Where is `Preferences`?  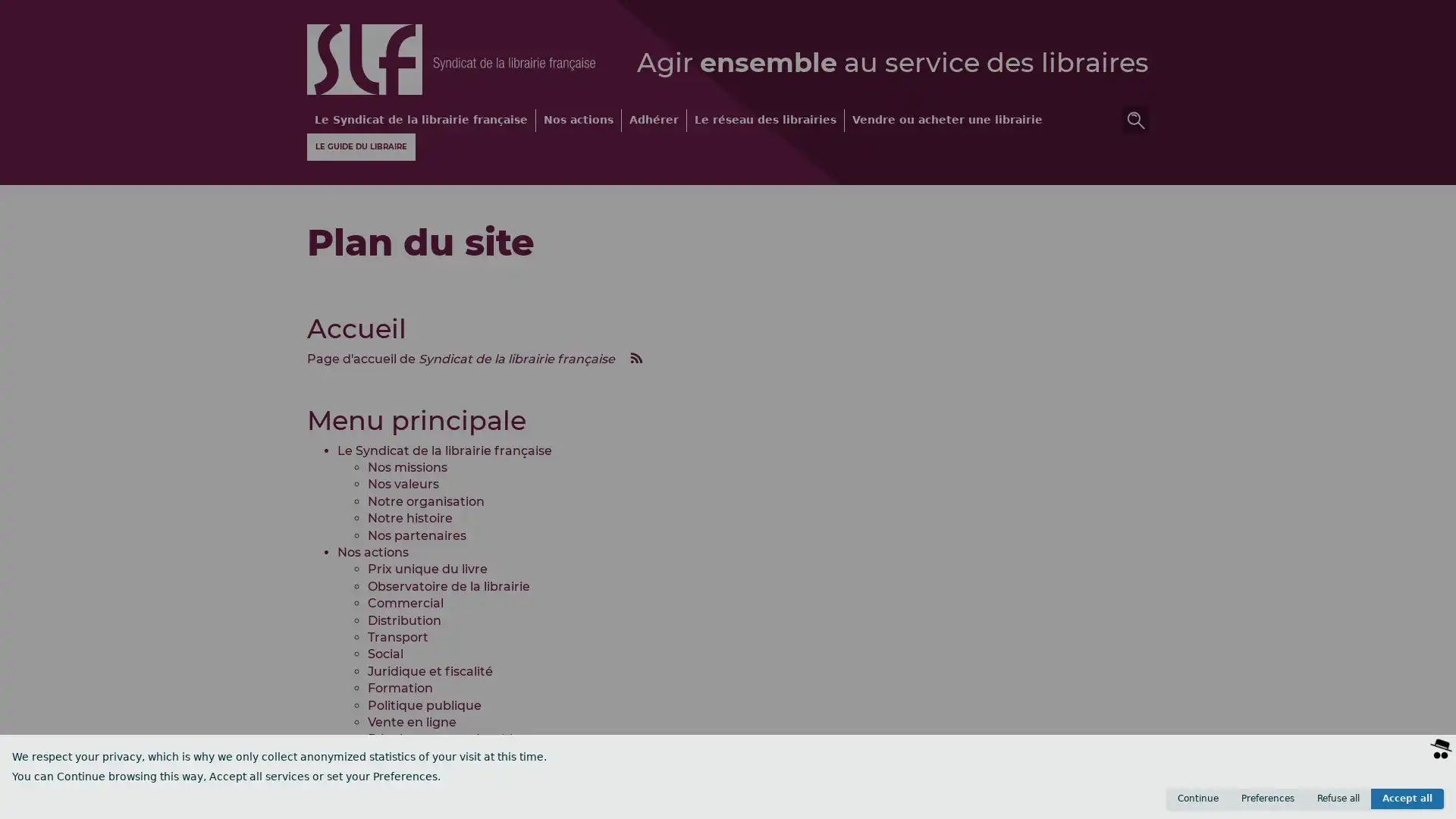 Preferences is located at coordinates (1267, 798).